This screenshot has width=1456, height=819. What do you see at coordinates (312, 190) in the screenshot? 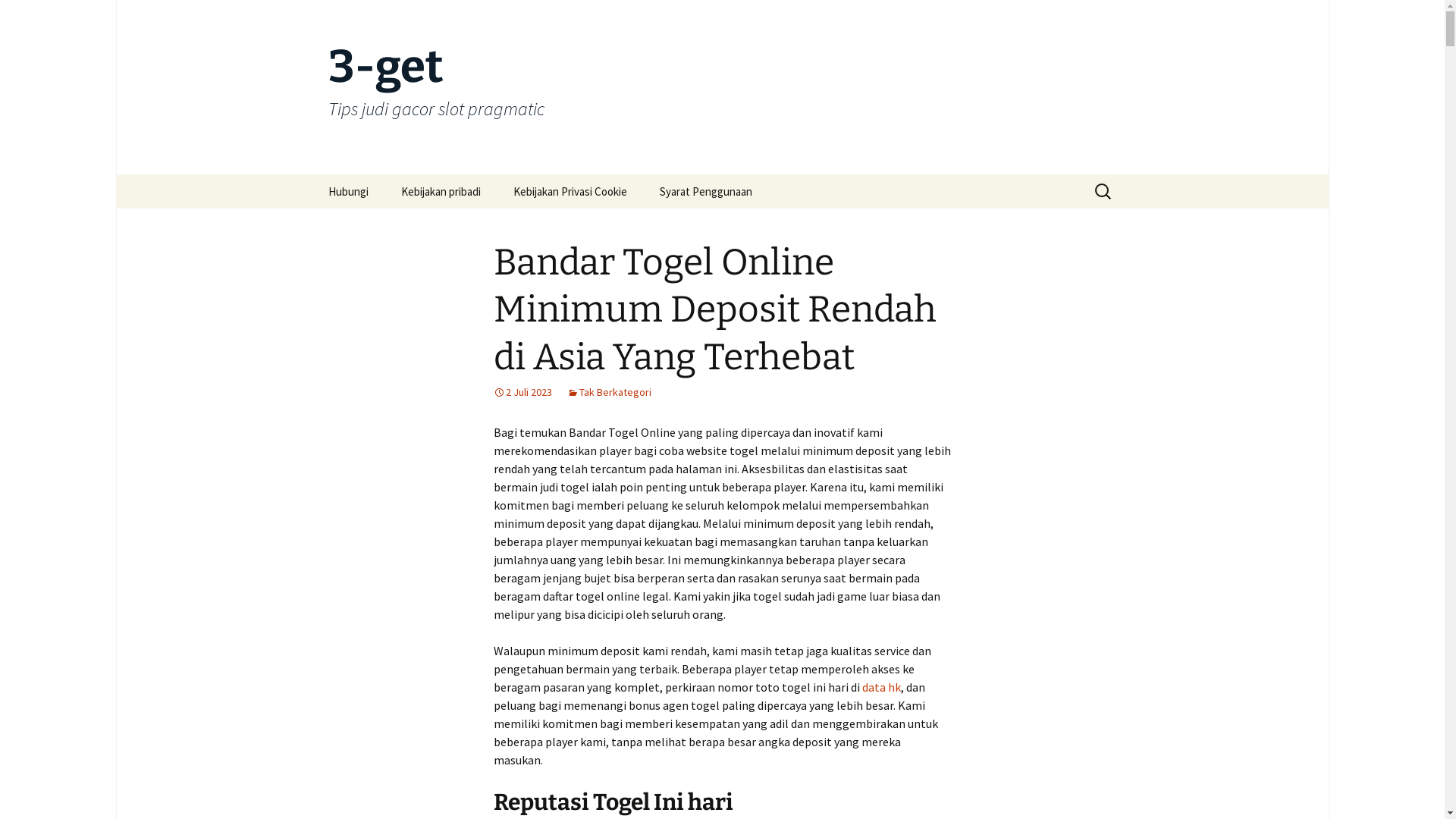
I see `'Hubungi'` at bounding box center [312, 190].